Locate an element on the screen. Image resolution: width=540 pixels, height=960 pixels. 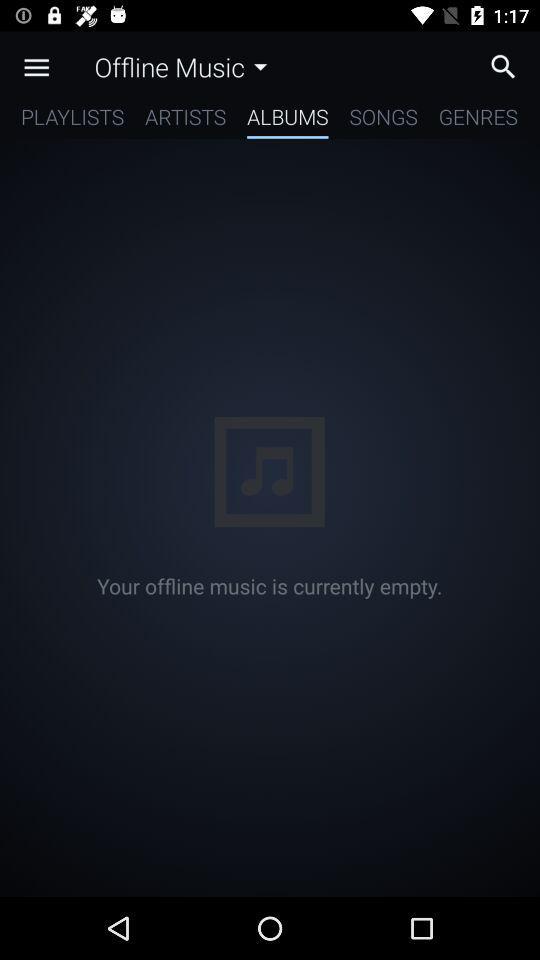
item to the left of albums app is located at coordinates (185, 120).